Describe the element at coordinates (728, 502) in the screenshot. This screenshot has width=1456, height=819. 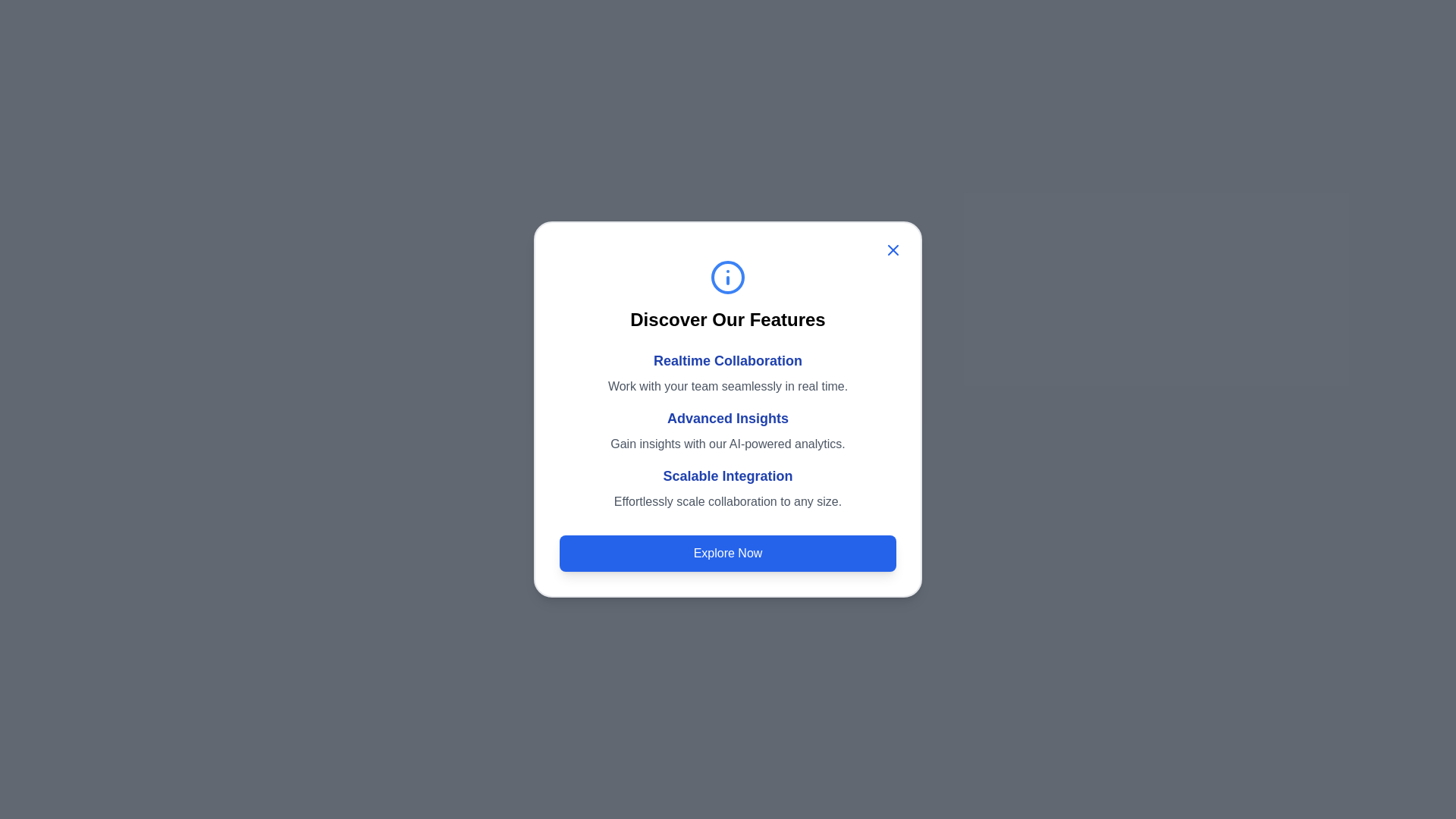
I see `the static text element that displays 'Effortlessly scale collaboration to any size.', located below the heading 'Scalable Integration' in the modal window` at that location.